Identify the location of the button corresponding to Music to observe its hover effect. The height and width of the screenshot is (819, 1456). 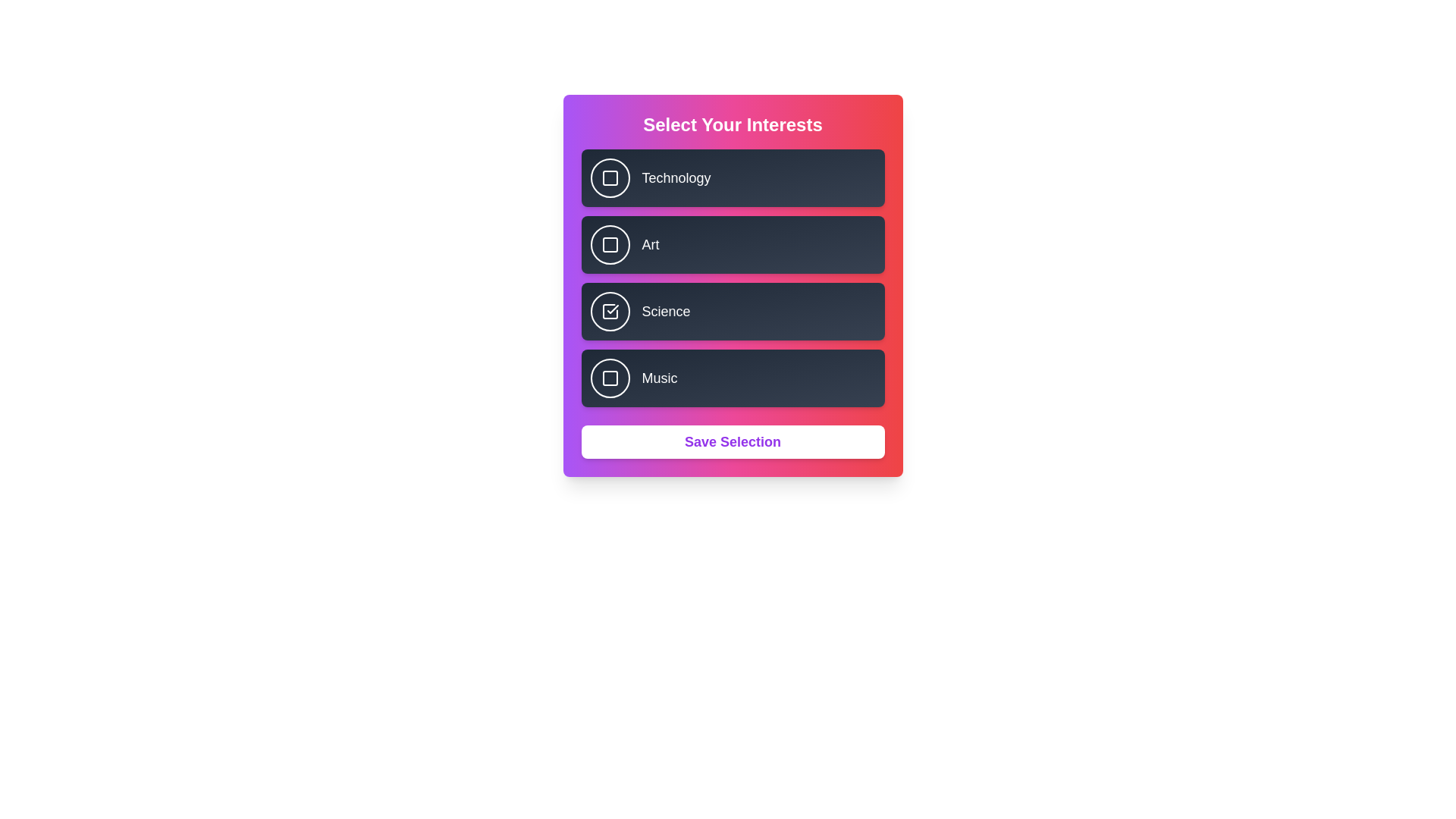
(610, 377).